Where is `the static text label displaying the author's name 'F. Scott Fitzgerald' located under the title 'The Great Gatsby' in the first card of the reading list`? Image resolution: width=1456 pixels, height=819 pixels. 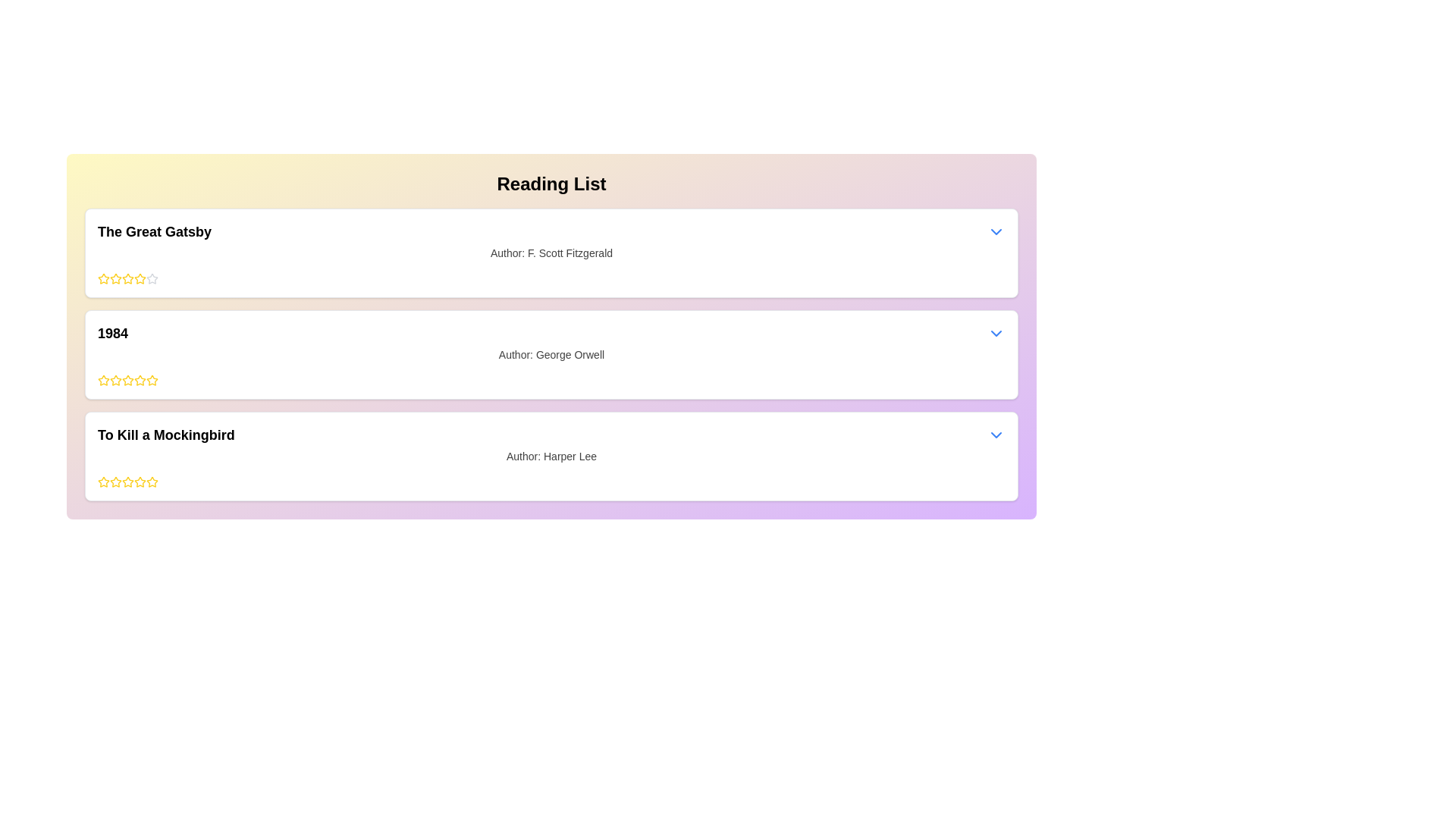
the static text label displaying the author's name 'F. Scott Fitzgerald' located under the title 'The Great Gatsby' in the first card of the reading list is located at coordinates (551, 253).